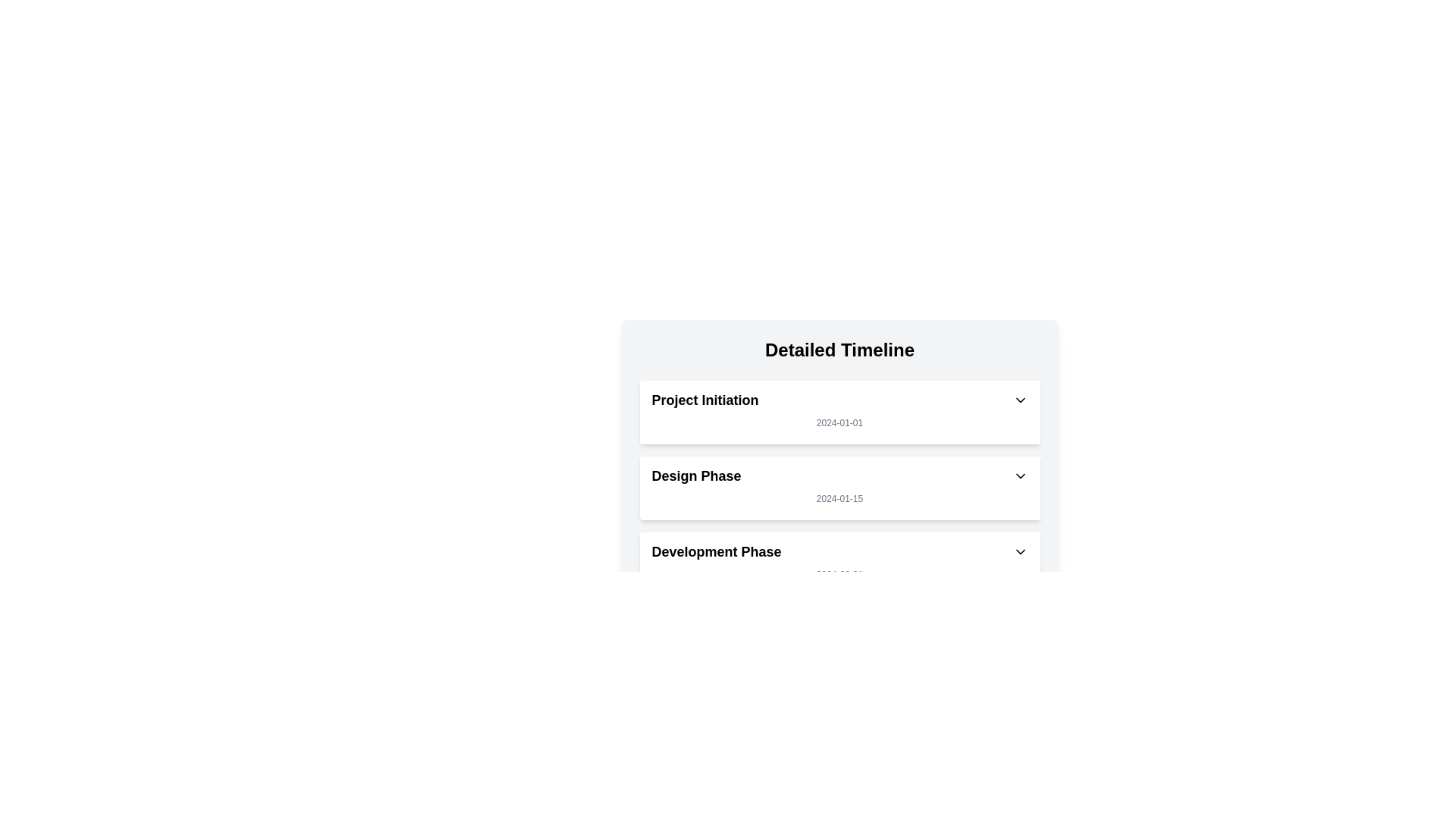 The image size is (1456, 819). I want to click on the Text Label indicating the milestone or deadline associated with the 'Design Phase' in the project timeline, located beneath the title 'Design Phase' and to the left of the dropdown control, so click(839, 499).